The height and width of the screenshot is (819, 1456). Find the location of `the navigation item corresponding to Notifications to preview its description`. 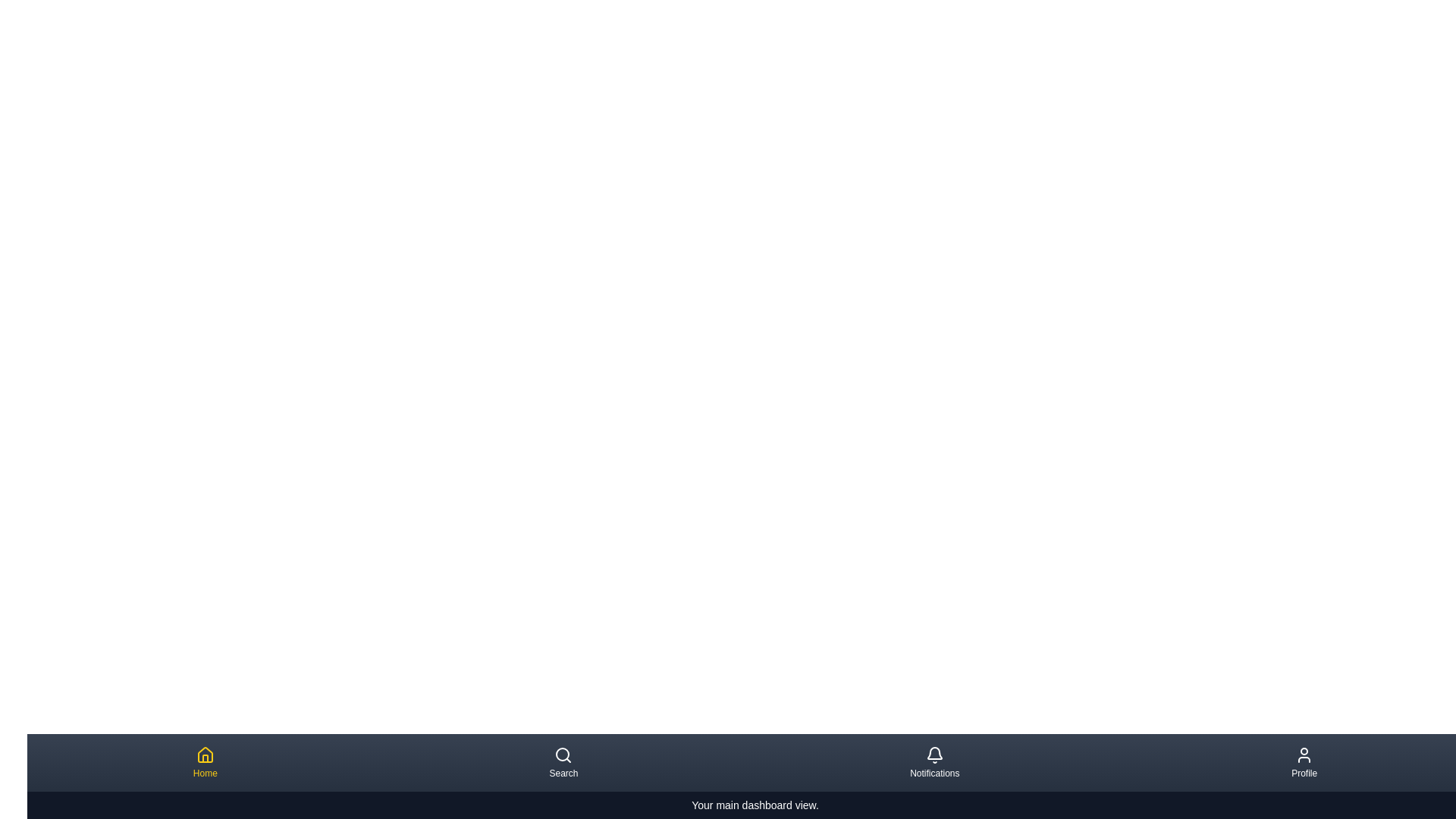

the navigation item corresponding to Notifications to preview its description is located at coordinates (934, 763).